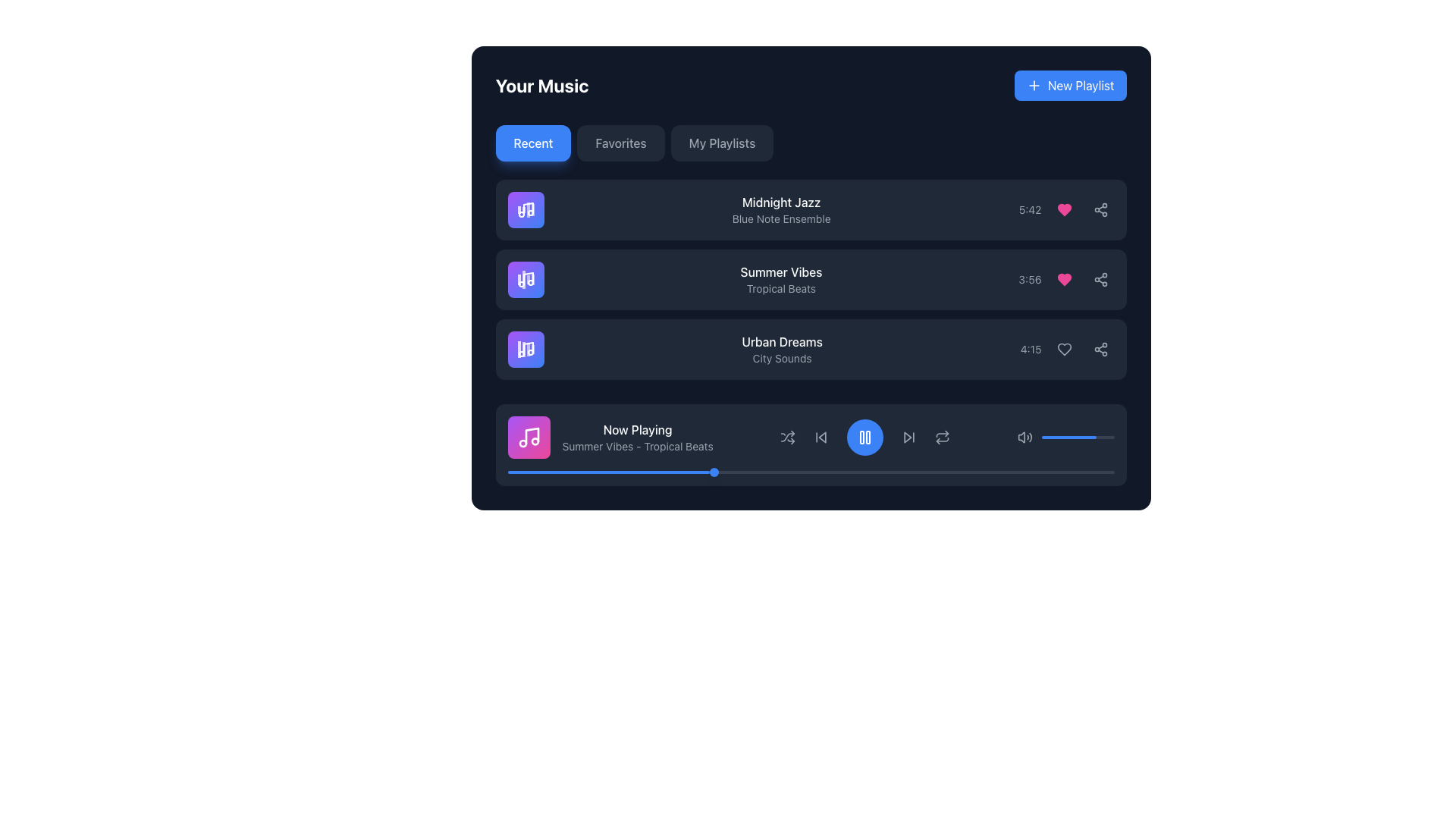 The width and height of the screenshot is (1456, 819). I want to click on the primary vertical line in the music note design located beside the text 'Summer Vibes - Tropical Beats' in the second item of the vertical list of cards on the left-hand sidebar, so click(528, 278).